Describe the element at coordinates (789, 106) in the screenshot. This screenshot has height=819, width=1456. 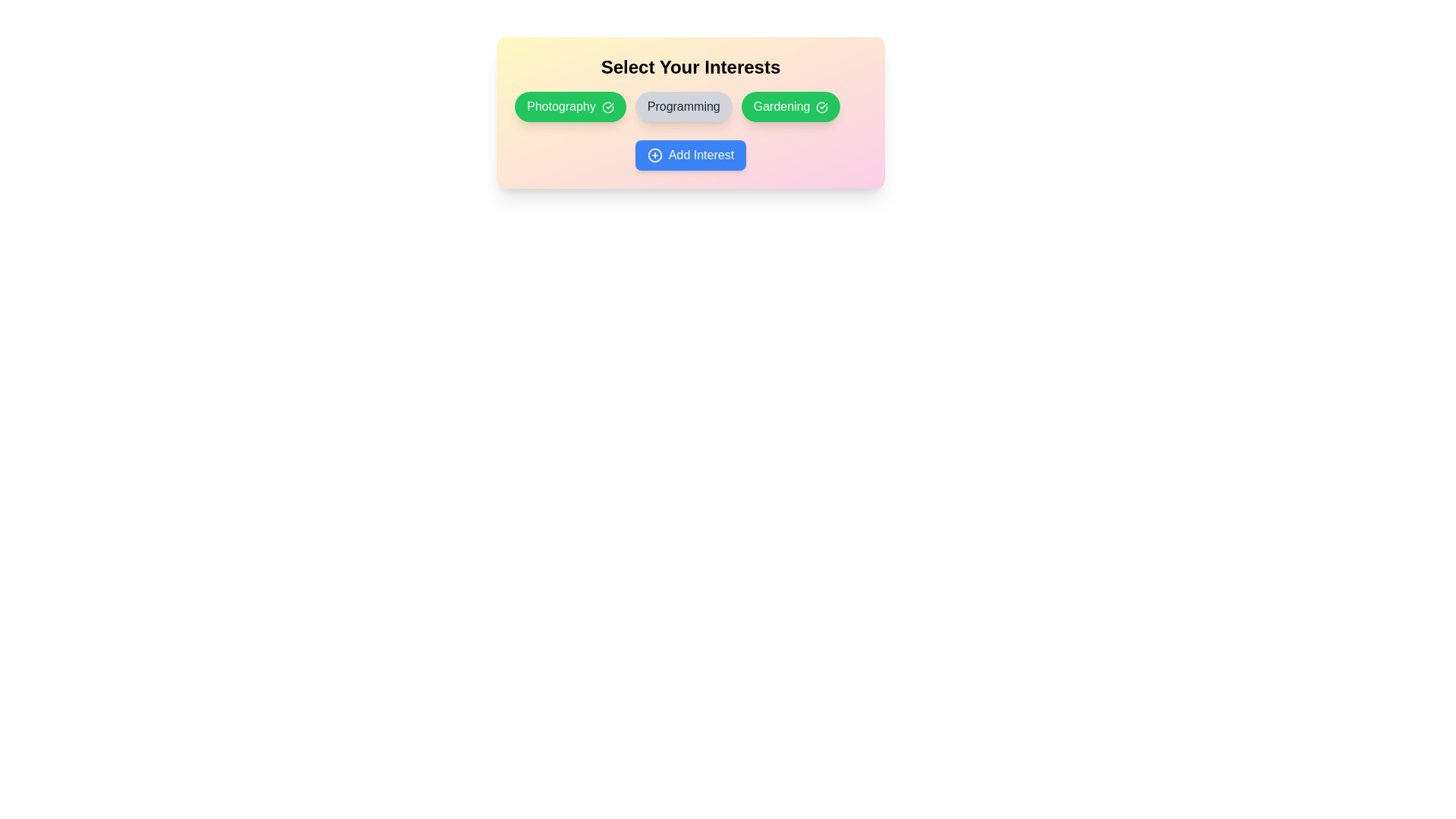
I see `the interest labeled Gardening to toggle its selection` at that location.